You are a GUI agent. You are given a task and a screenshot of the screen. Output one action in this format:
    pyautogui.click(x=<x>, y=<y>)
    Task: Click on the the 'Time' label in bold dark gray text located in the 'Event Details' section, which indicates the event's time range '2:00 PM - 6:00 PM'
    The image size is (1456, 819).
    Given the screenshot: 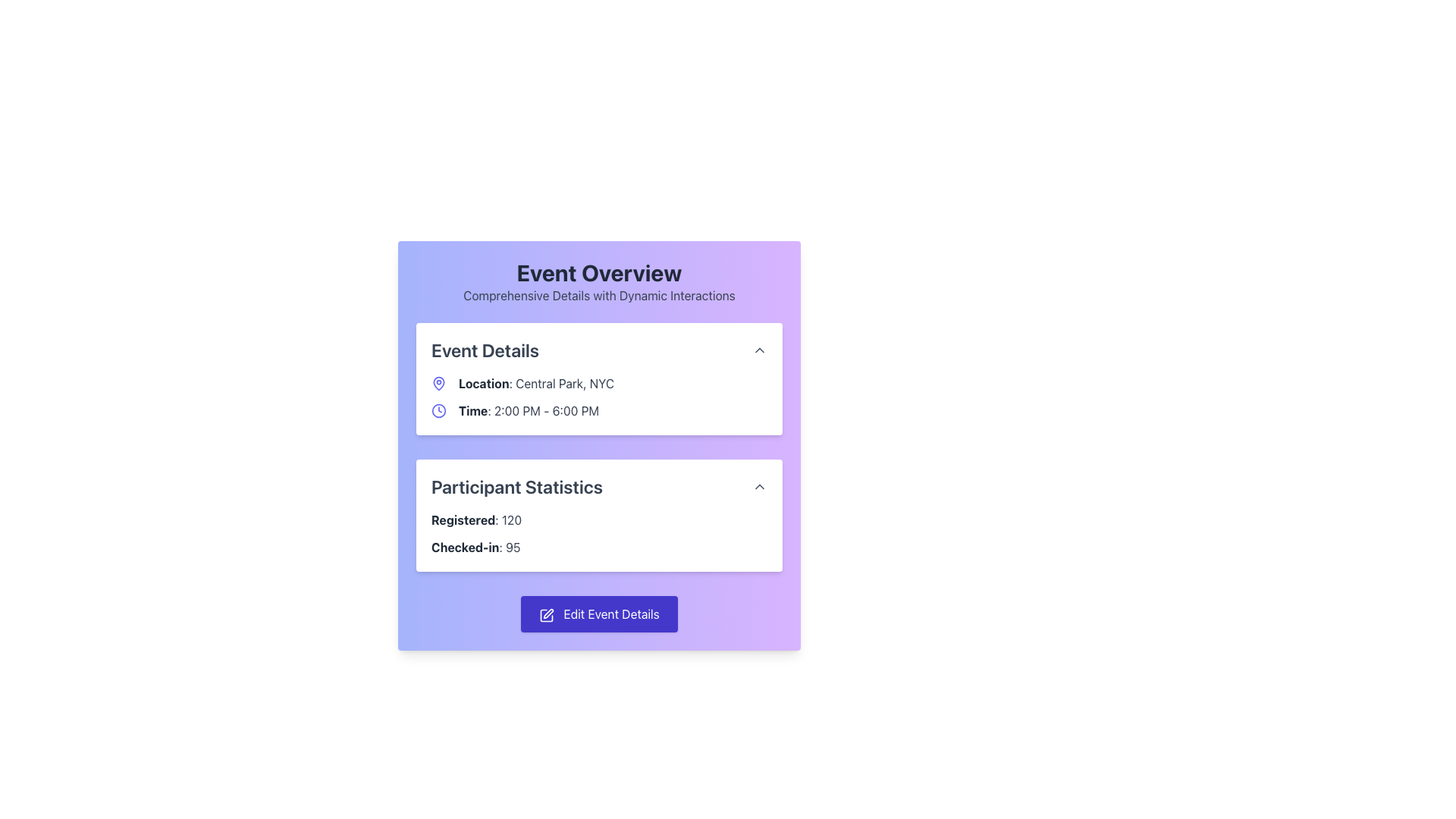 What is the action you would take?
    pyautogui.click(x=472, y=411)
    